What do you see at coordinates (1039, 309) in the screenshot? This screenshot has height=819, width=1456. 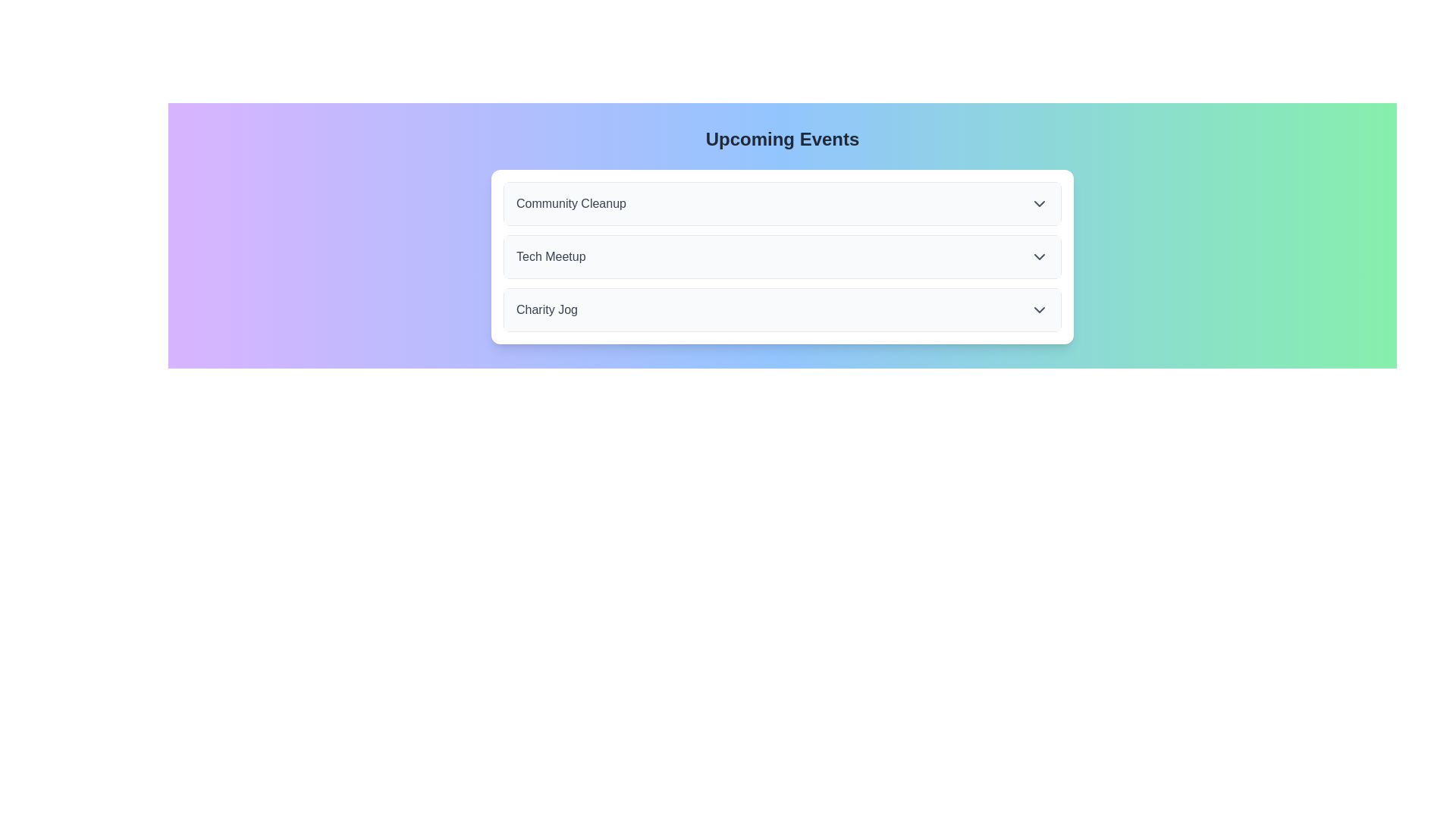 I see `the third downward-facing chevron icon in the 'Charity Jog' section` at bounding box center [1039, 309].